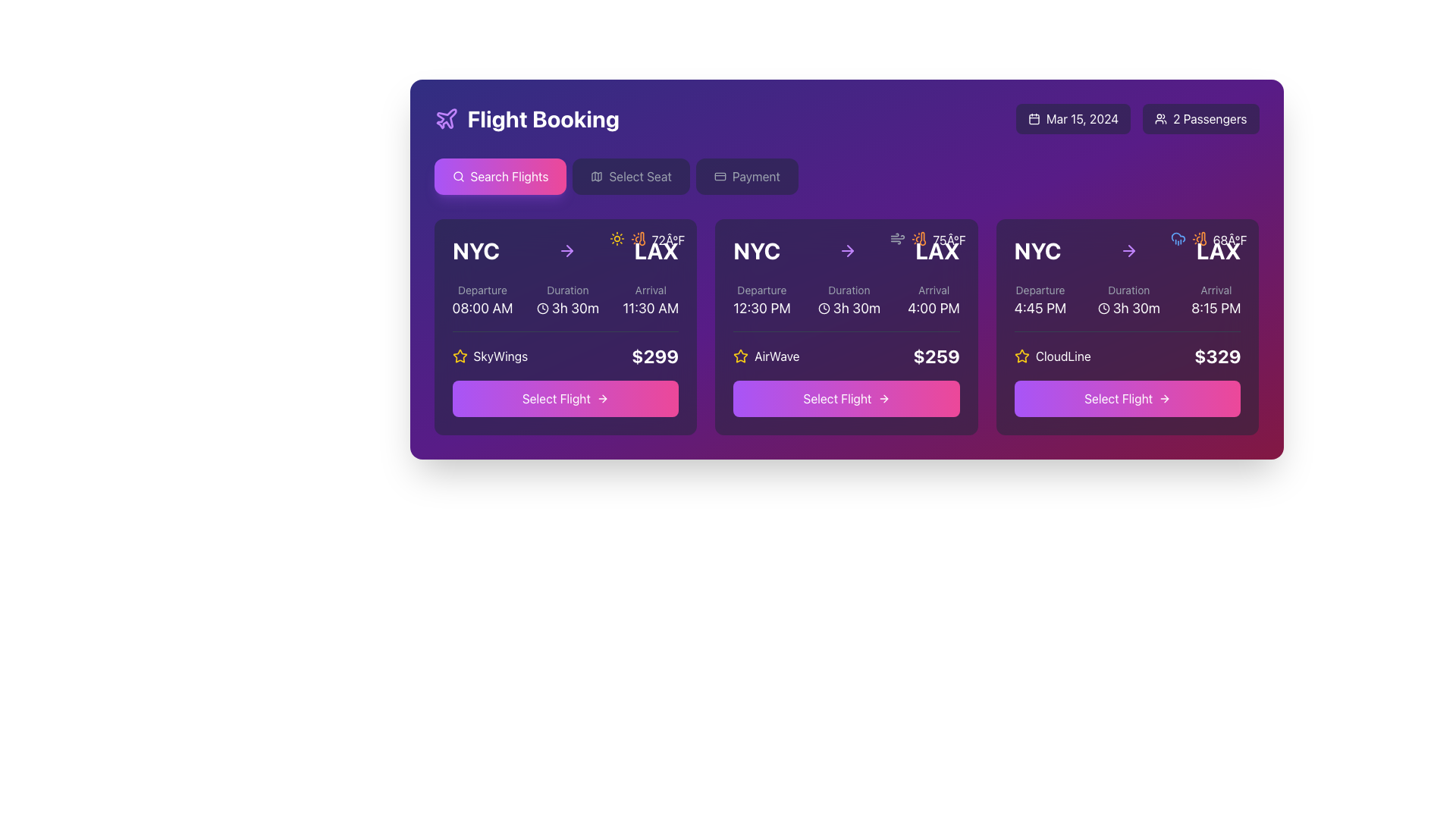 The height and width of the screenshot is (819, 1456). I want to click on the CloudLine service indicator, which includes a star icon and the text label, so click(1052, 356).